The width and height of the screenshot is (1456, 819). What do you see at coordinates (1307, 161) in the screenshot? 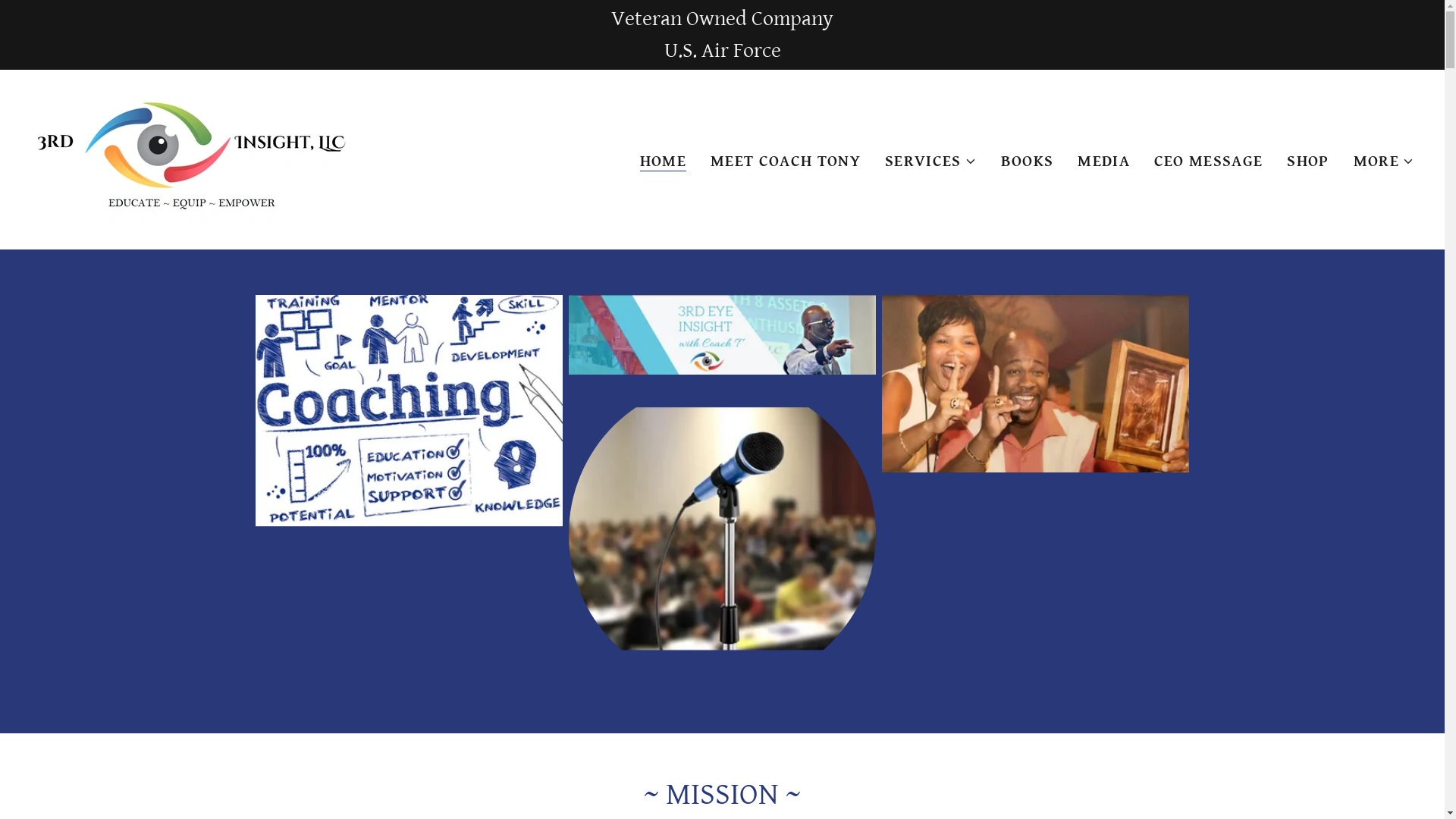
I see `'SHOP'` at bounding box center [1307, 161].